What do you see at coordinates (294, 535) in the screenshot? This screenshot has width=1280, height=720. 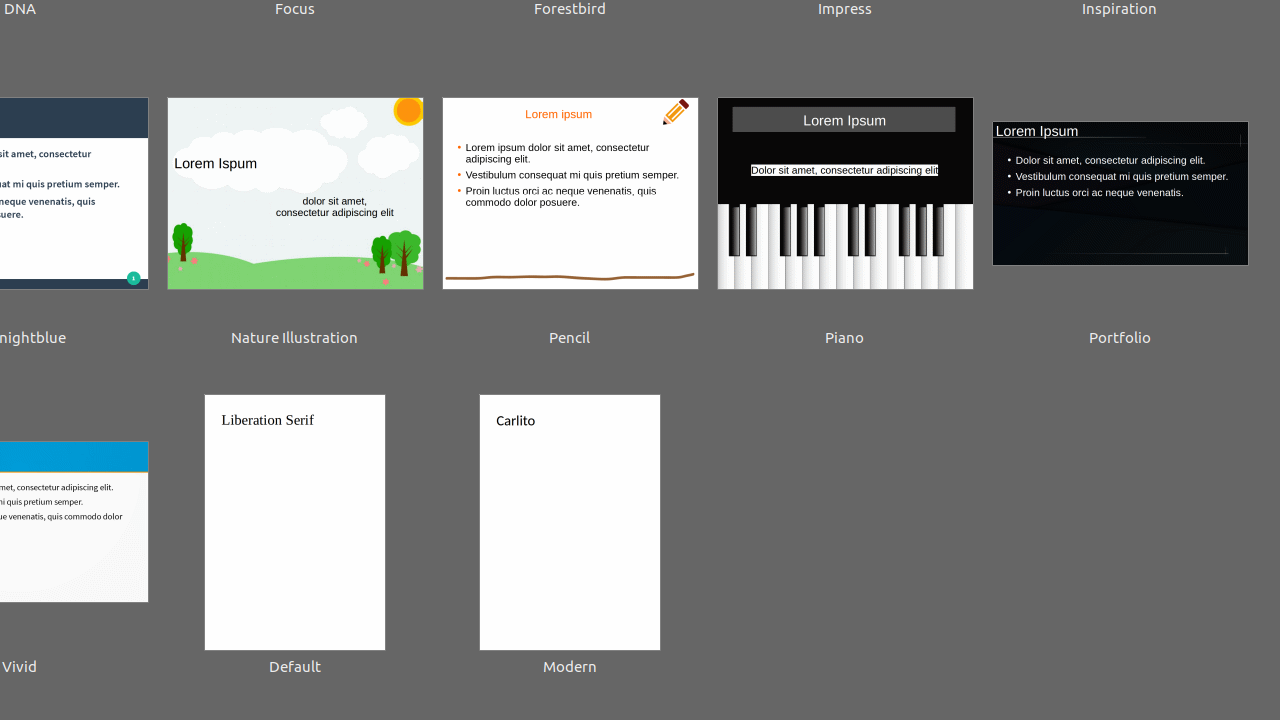 I see `'Default'` at bounding box center [294, 535].